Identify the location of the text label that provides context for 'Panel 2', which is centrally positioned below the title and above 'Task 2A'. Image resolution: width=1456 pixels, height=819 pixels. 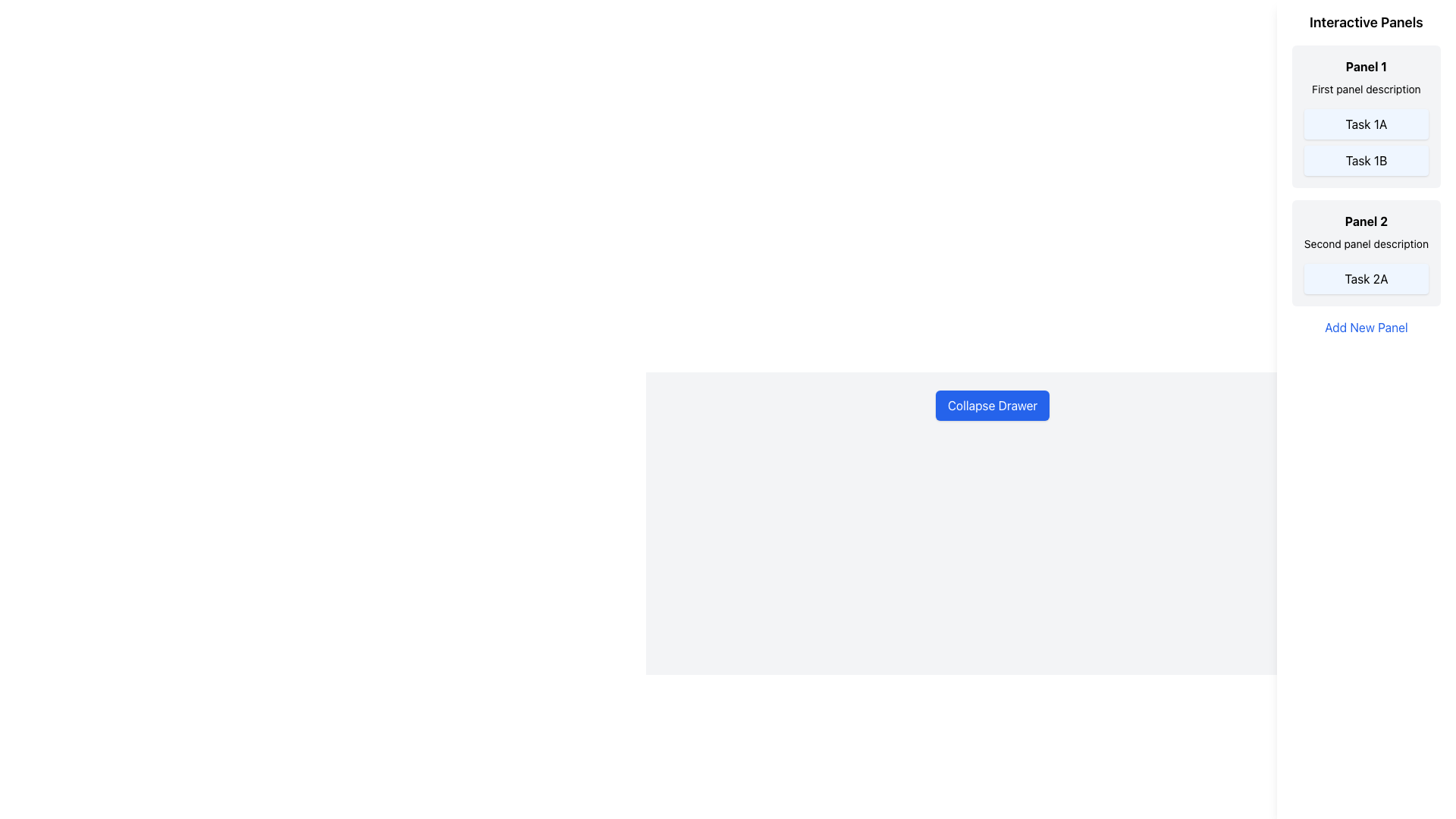
(1366, 243).